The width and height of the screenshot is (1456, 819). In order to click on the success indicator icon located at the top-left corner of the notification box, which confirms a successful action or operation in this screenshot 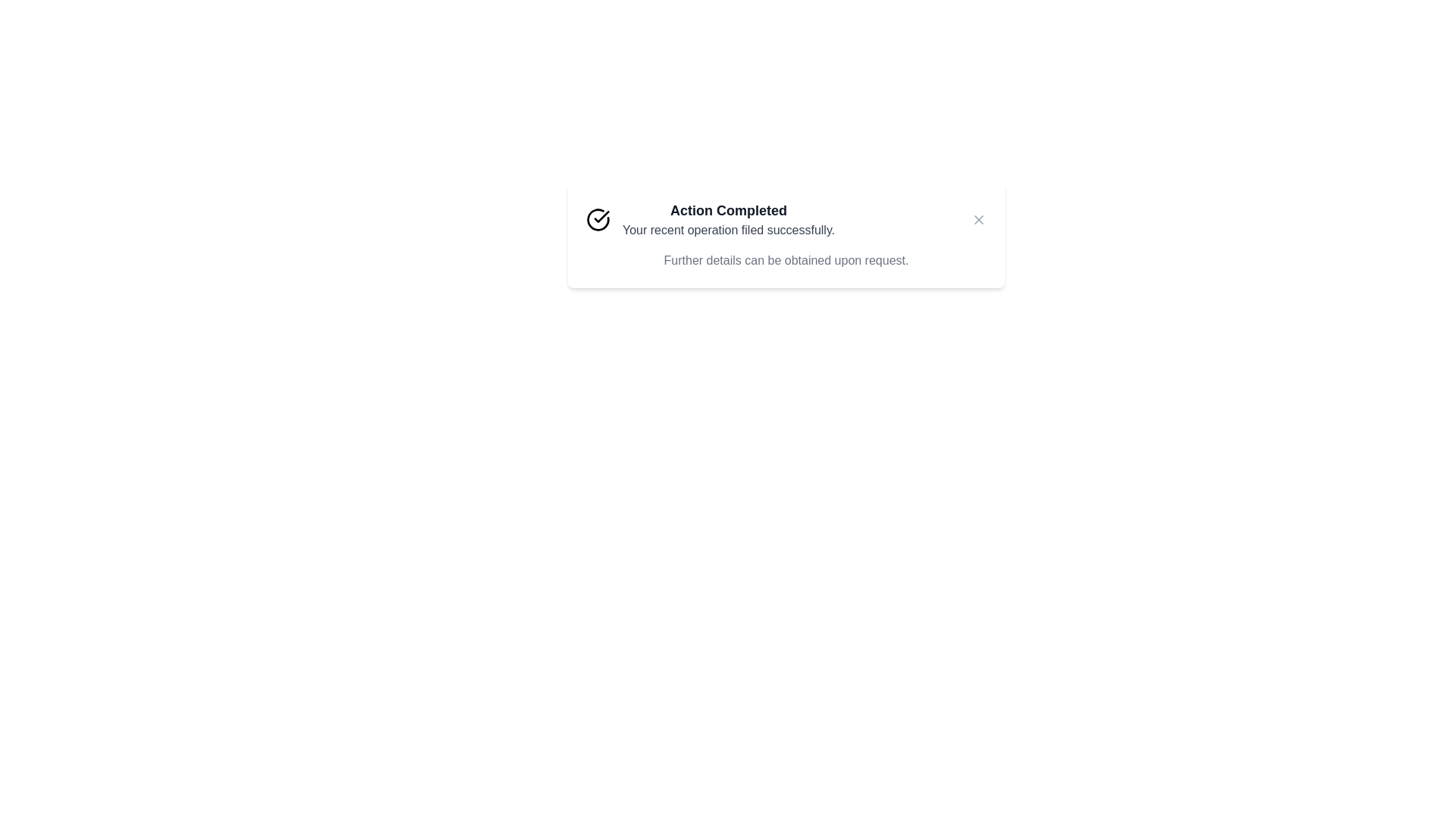, I will do `click(597, 219)`.